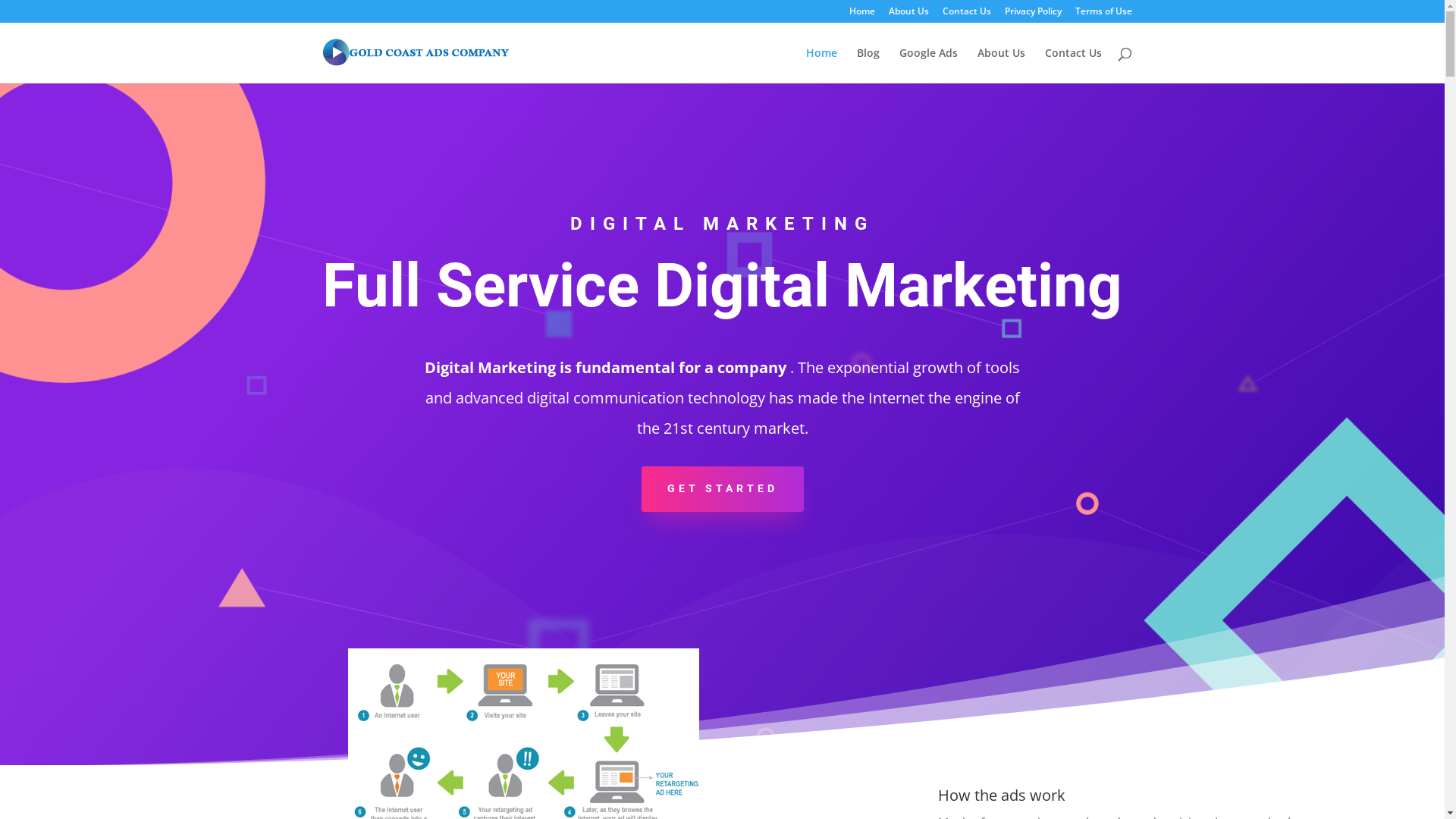 Image resolution: width=1456 pixels, height=819 pixels. Describe the element at coordinates (820, 64) in the screenshot. I see `'Home'` at that location.